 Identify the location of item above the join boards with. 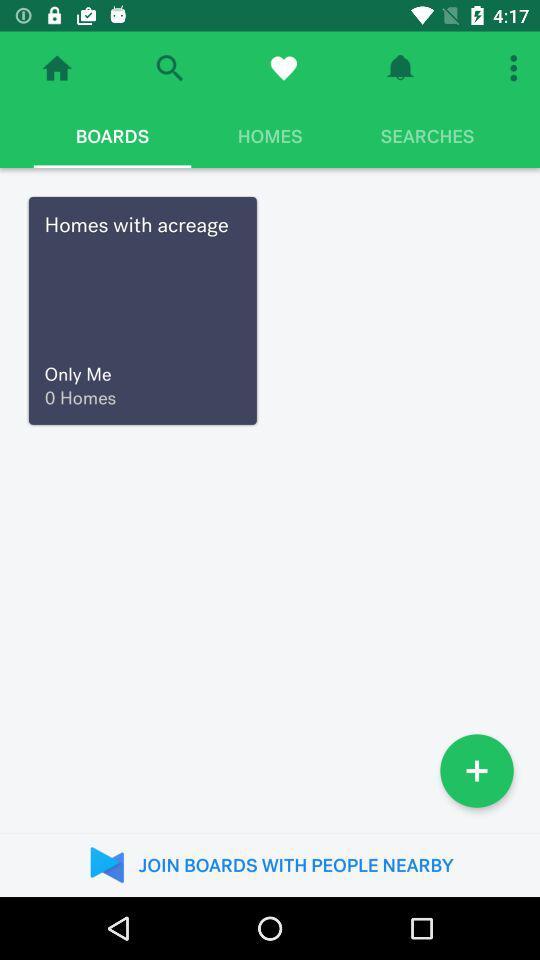
(475, 769).